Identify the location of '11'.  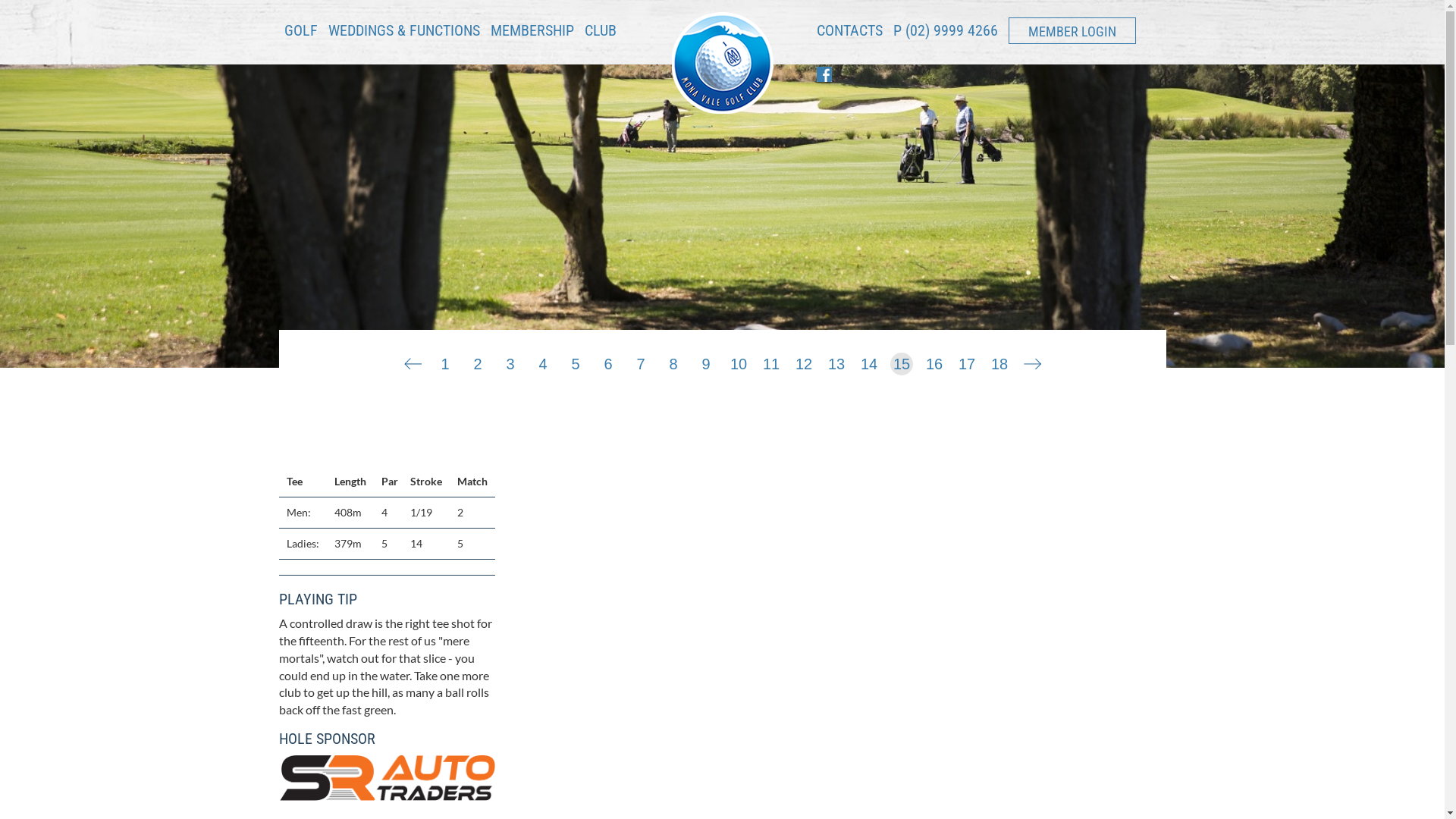
(771, 360).